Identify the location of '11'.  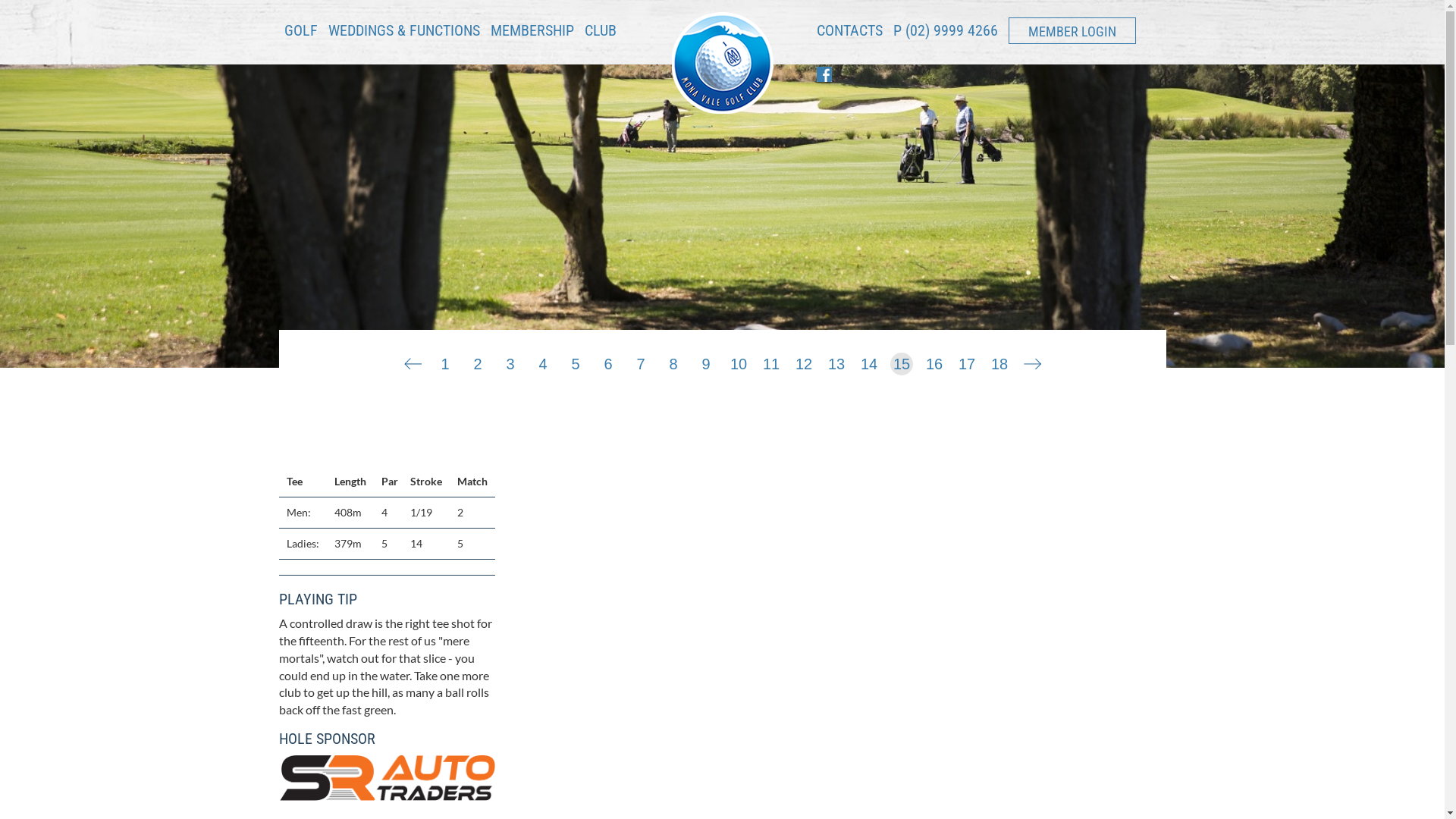
(771, 360).